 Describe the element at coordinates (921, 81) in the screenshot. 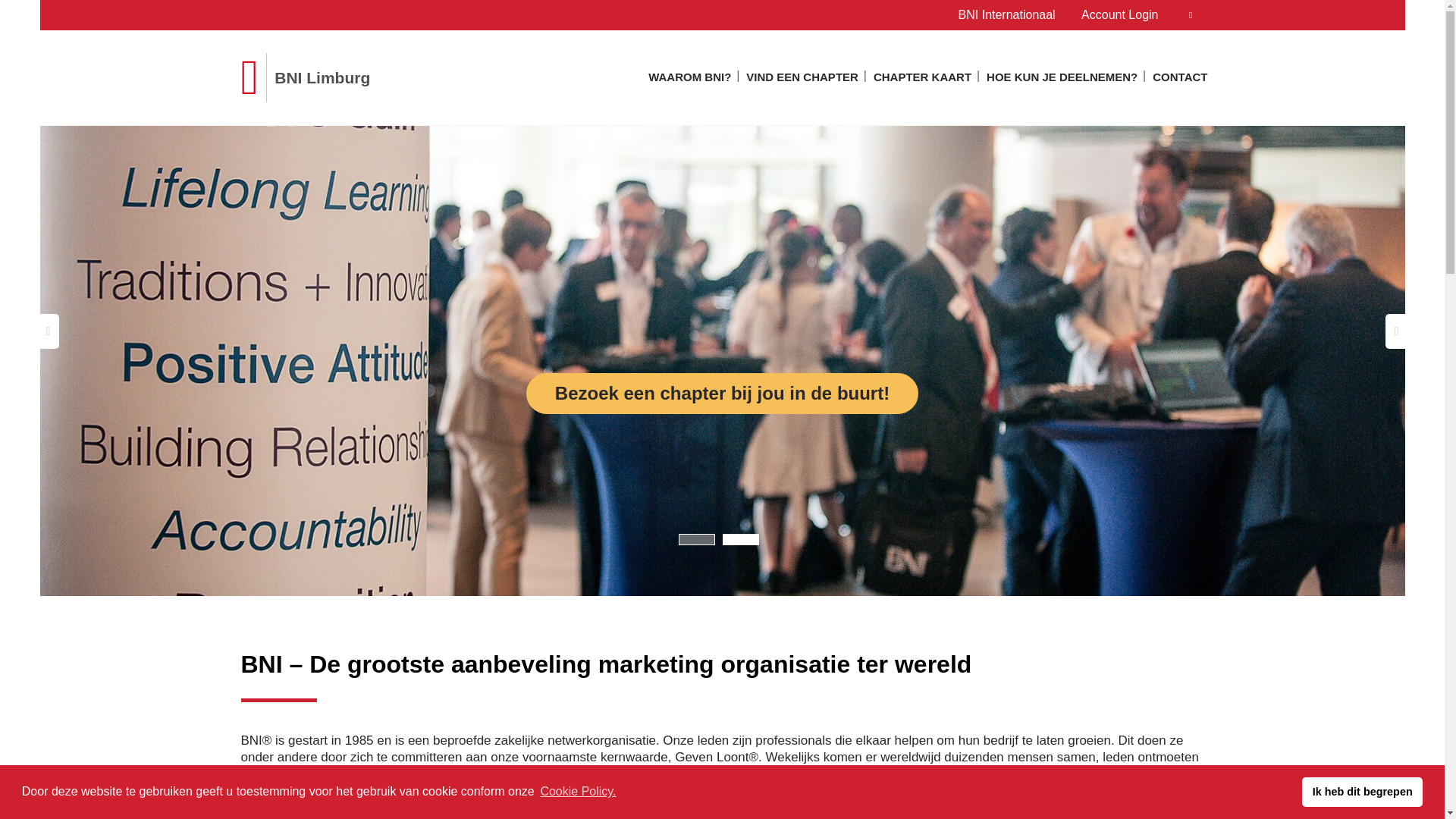

I see `'CHAPTER KAART'` at that location.